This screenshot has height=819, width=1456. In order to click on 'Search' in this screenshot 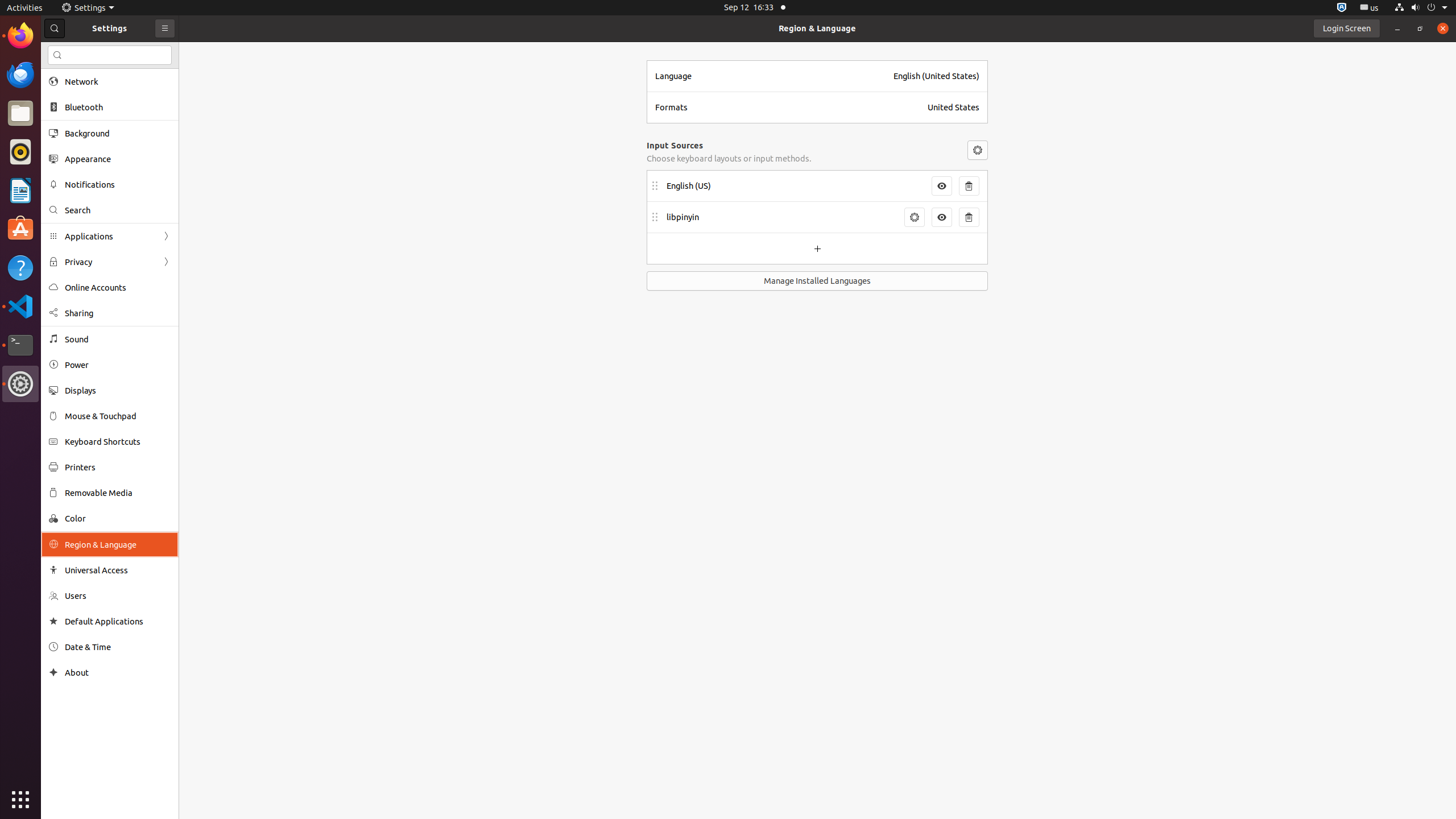, I will do `click(118, 209)`.